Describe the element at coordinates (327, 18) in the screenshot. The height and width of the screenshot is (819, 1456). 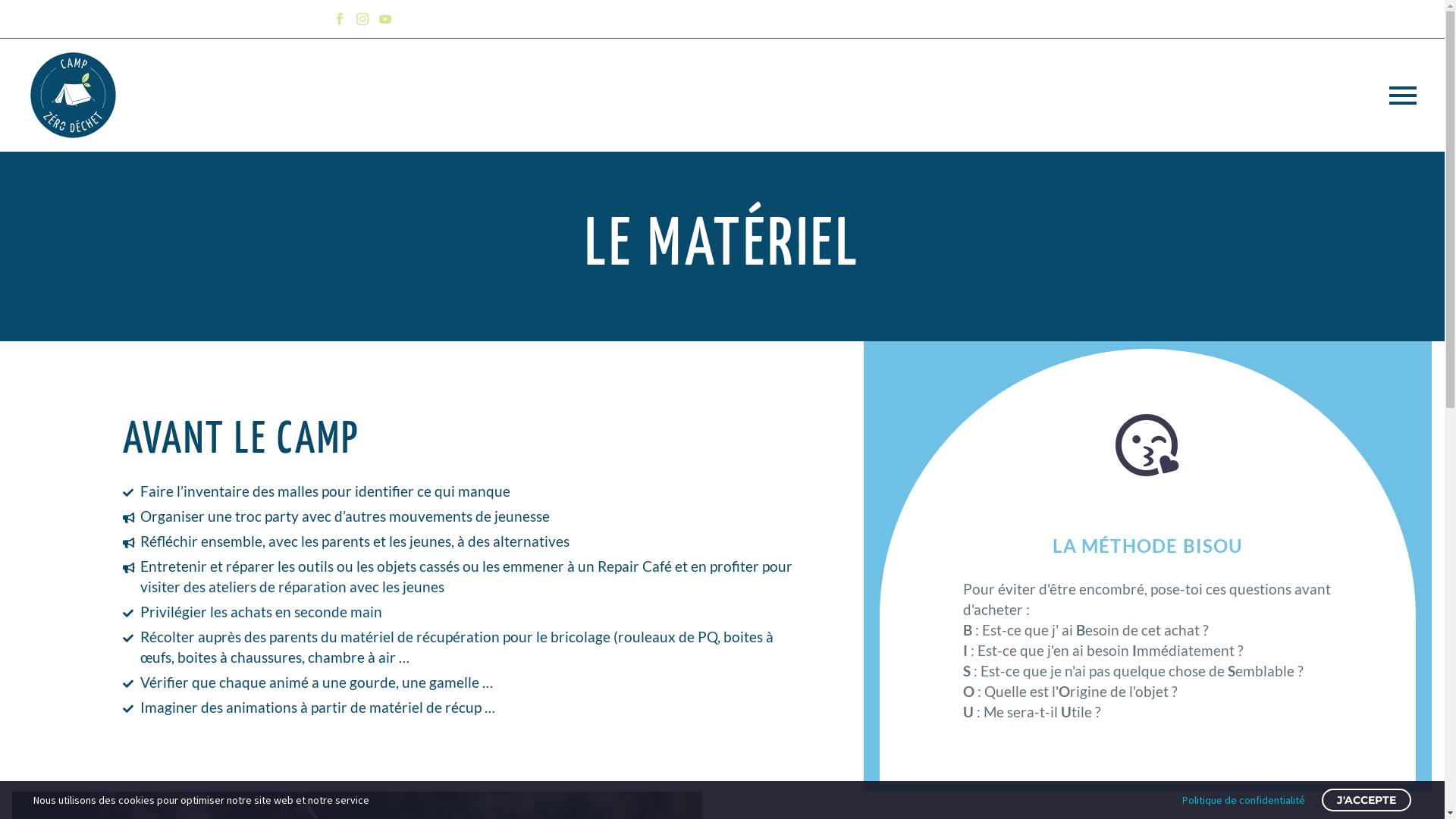
I see `'Facebook'` at that location.